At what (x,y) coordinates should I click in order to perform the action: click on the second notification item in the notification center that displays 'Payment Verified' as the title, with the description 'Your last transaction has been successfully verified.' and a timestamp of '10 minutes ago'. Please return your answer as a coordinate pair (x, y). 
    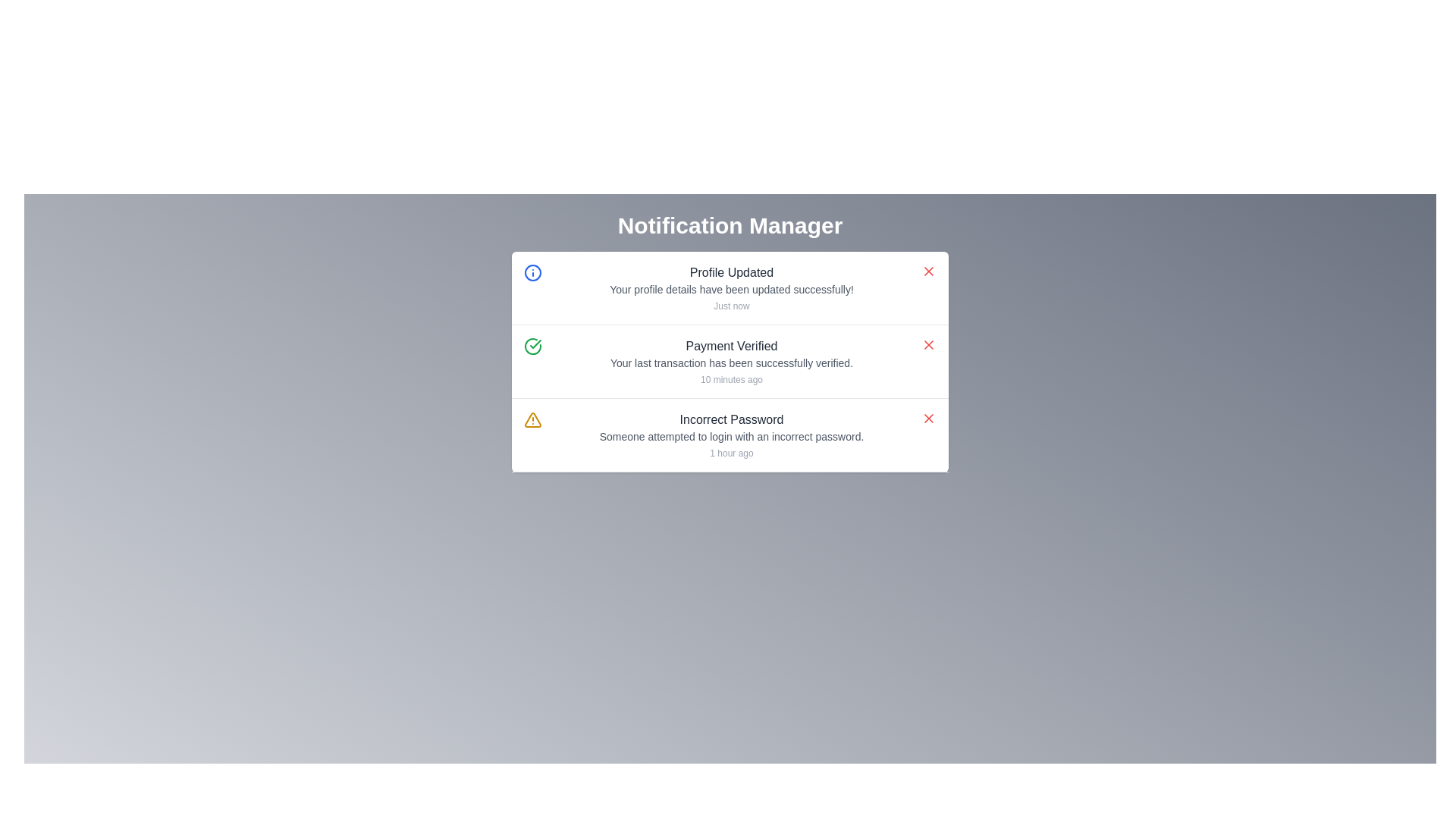
    Looking at the image, I should click on (731, 362).